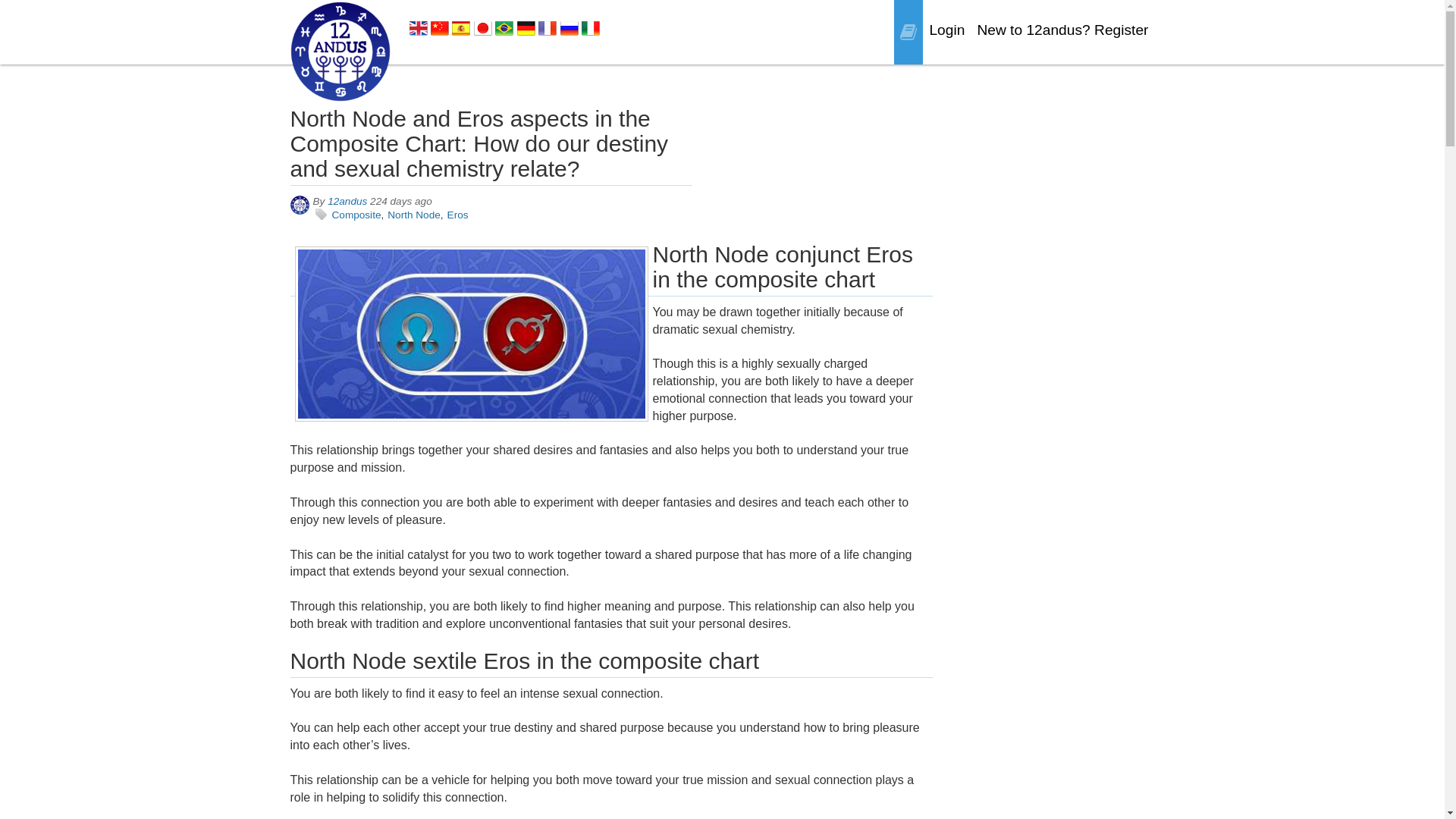 The height and width of the screenshot is (819, 1456). What do you see at coordinates (494, 28) in the screenshot?
I see `'Brazilian Portuguese'` at bounding box center [494, 28].